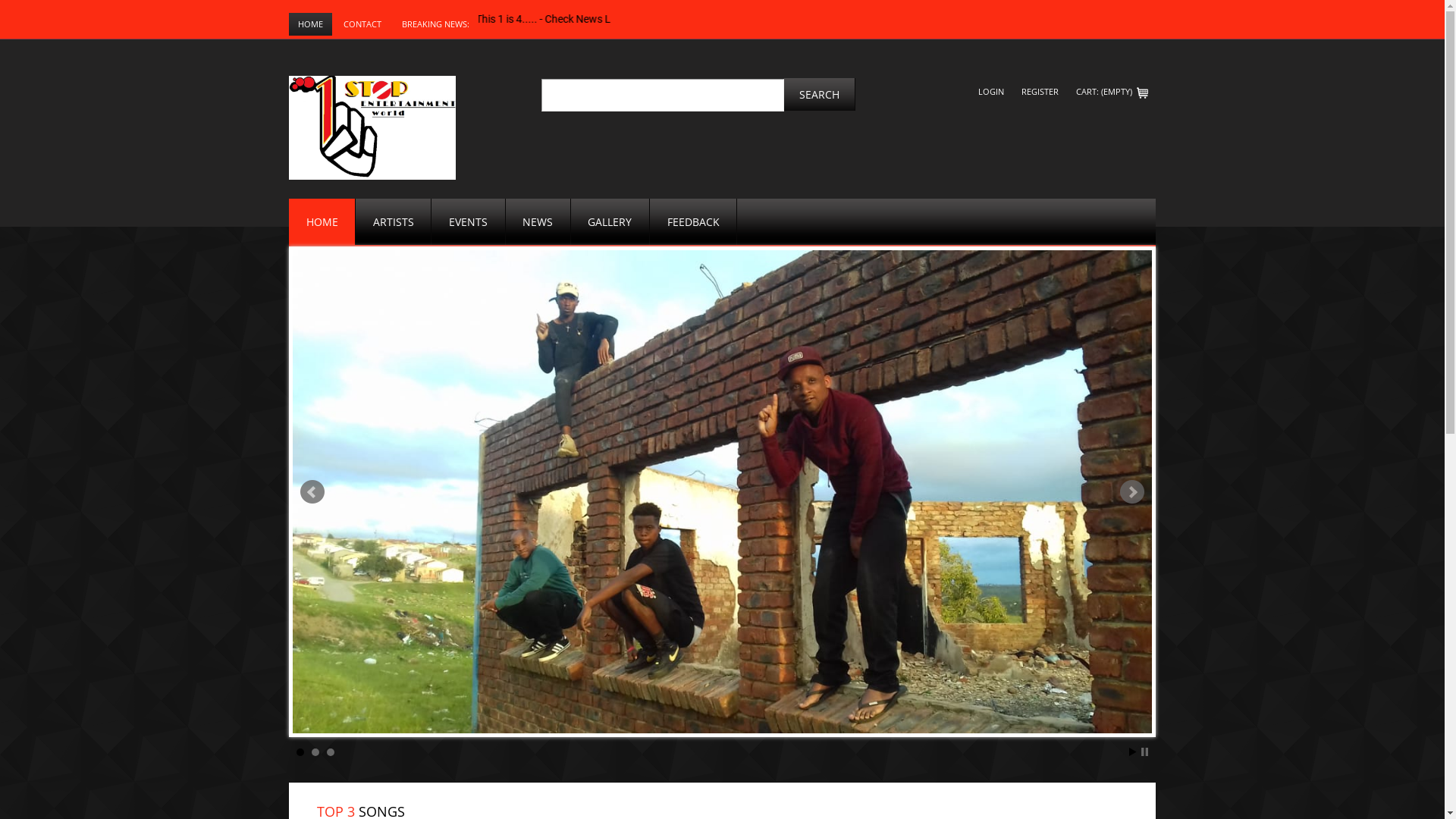 The height and width of the screenshot is (819, 1456). Describe the element at coordinates (435, 24) in the screenshot. I see `'BREAKING NEWS:'` at that location.